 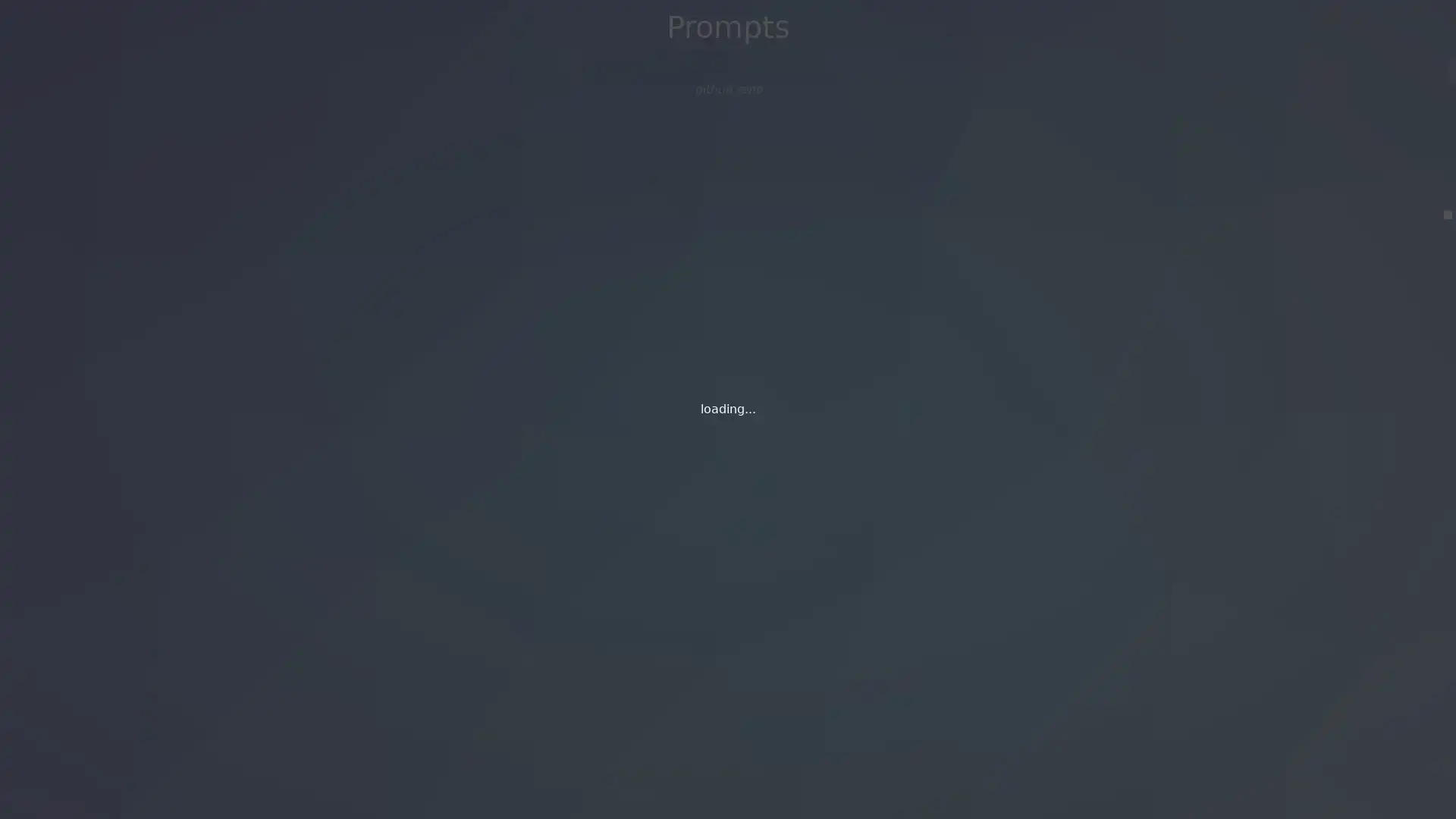 What do you see at coordinates (726, 94) in the screenshot?
I see `MLP:FiM` at bounding box center [726, 94].